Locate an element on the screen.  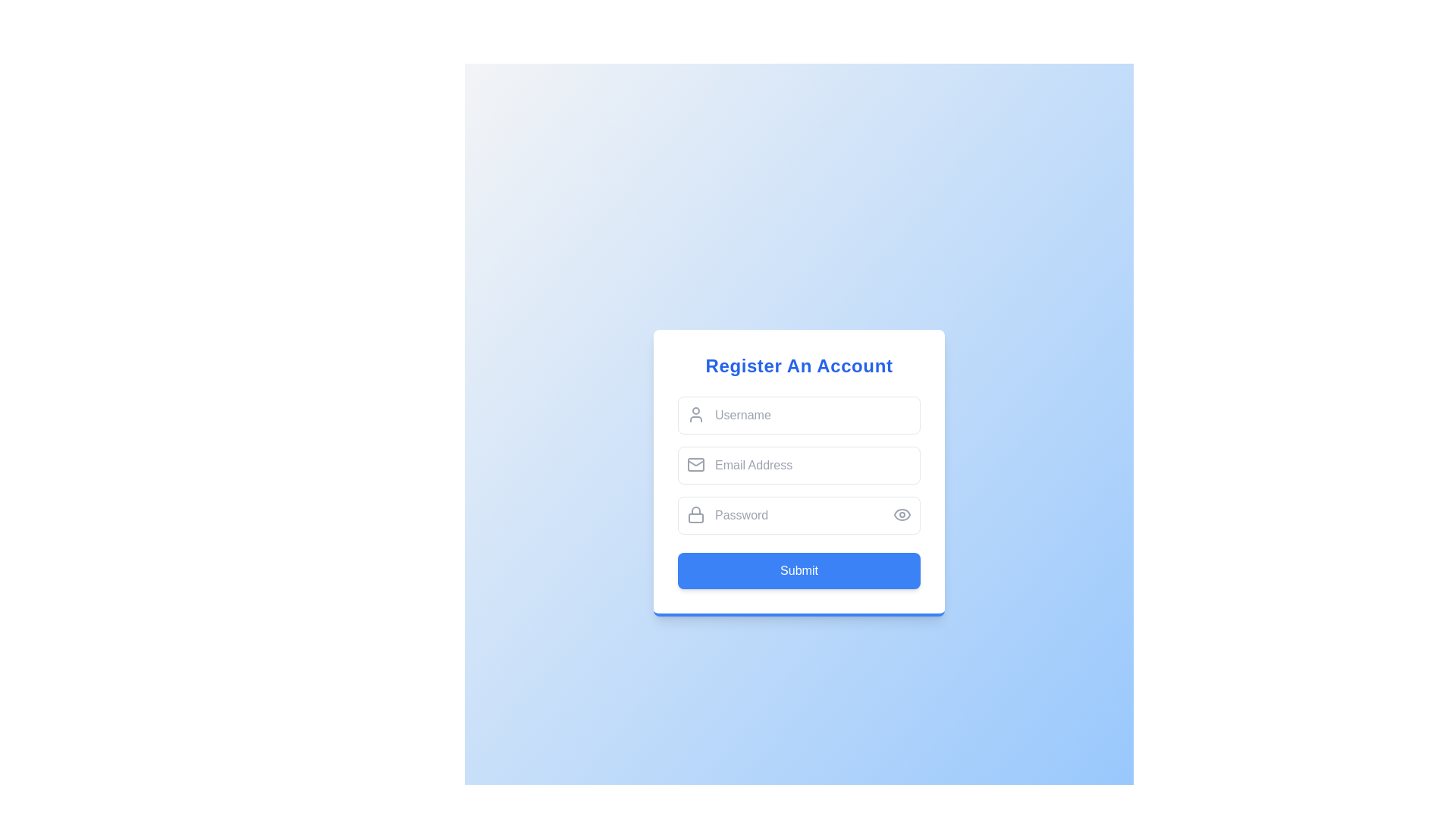
the upper part of the lock icon, which resembles a shackle and is located on the left side of the password input field is located at coordinates (695, 510).